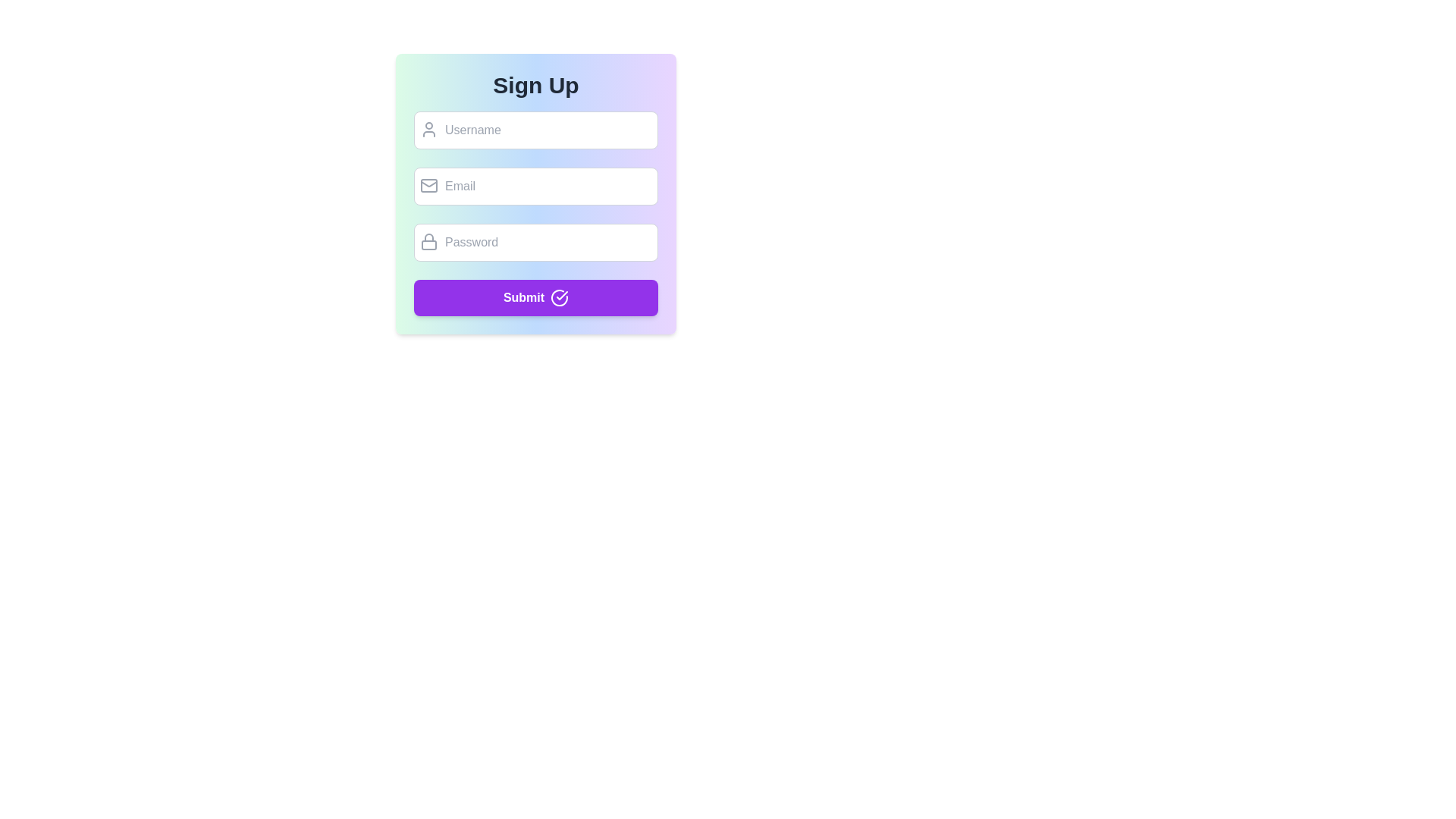 This screenshot has width=1456, height=819. What do you see at coordinates (535, 130) in the screenshot?
I see `the text within the username text input field located under the 'Sign Up' heading, which has the placeholder text 'Username'` at bounding box center [535, 130].